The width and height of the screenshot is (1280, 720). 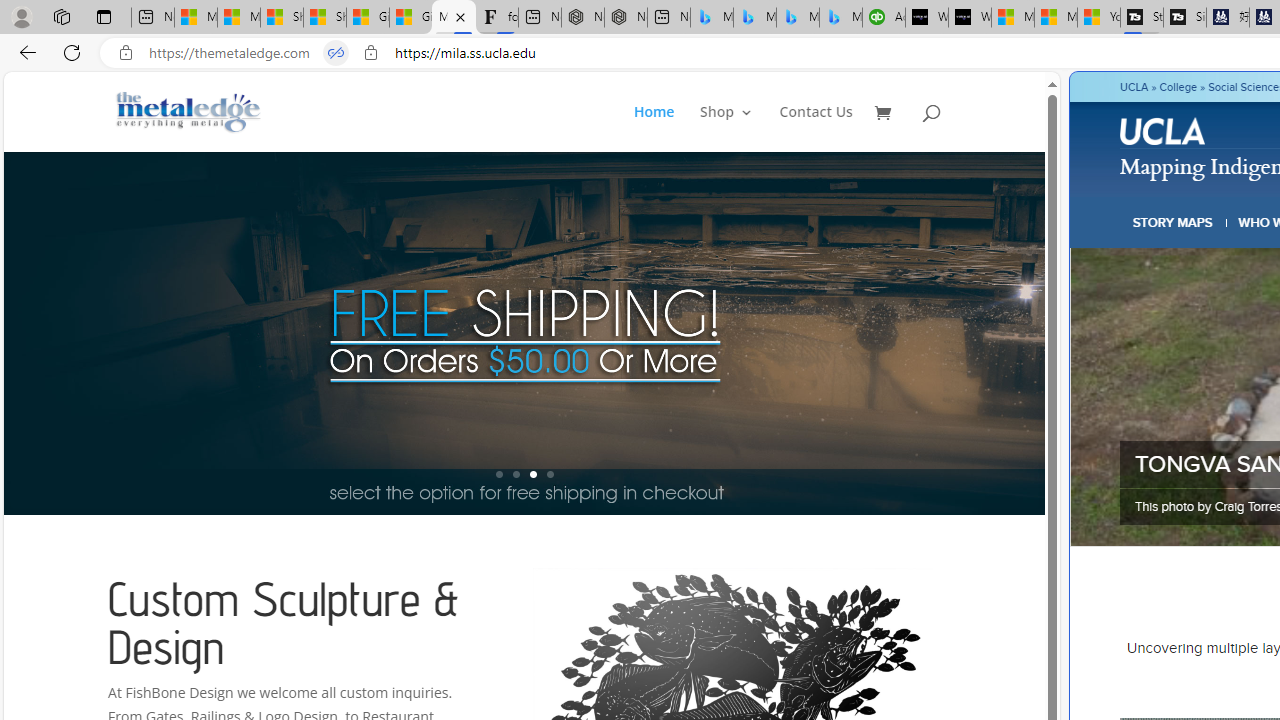 What do you see at coordinates (753, 17) in the screenshot?
I see `'Microsoft Bing Travel - Stays in Bangkok, Bangkok, Thailand'` at bounding box center [753, 17].